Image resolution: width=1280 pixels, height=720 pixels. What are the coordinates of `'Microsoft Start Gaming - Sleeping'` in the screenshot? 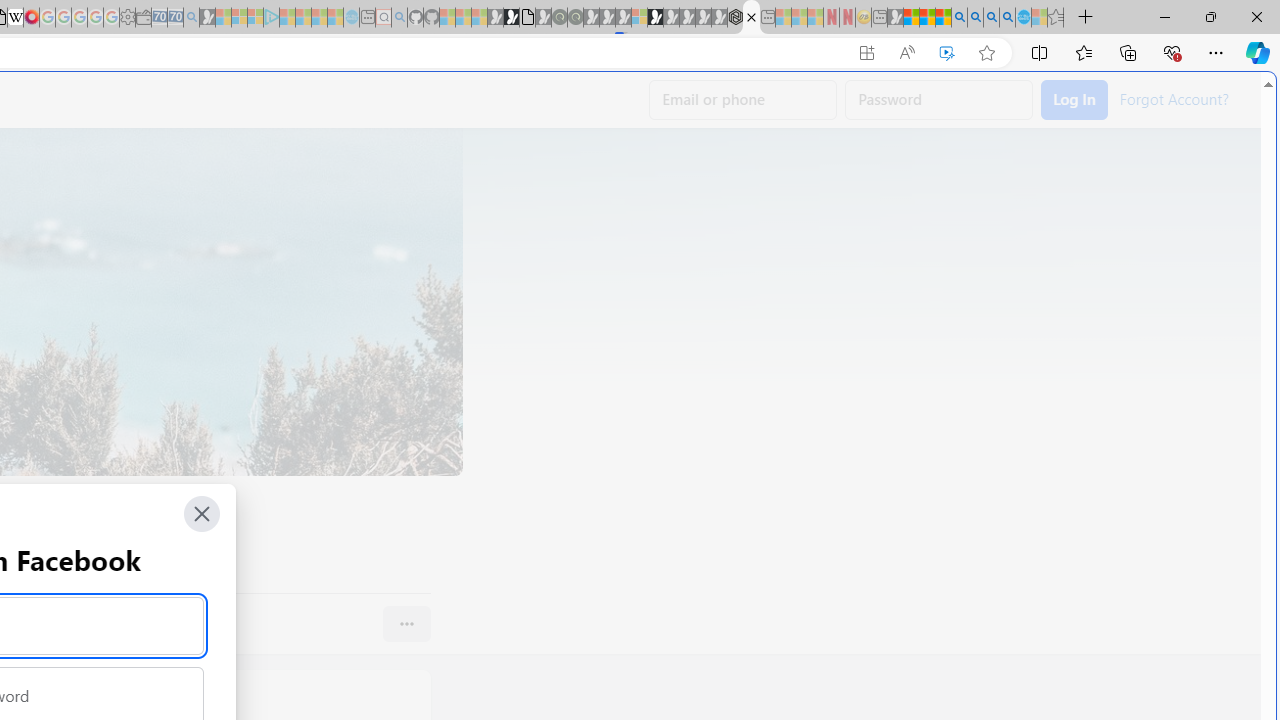 It's located at (207, 17).